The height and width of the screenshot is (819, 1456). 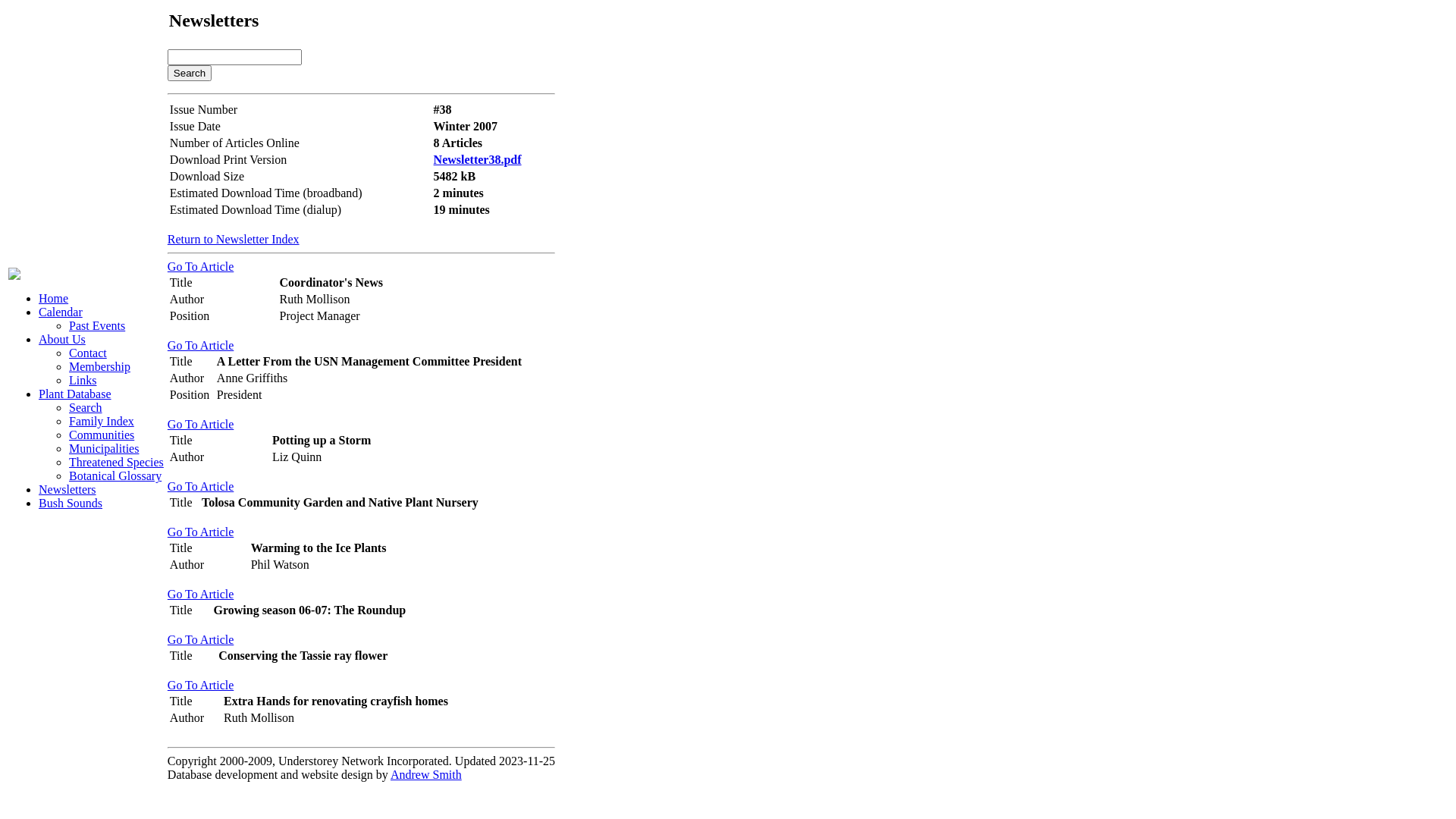 What do you see at coordinates (61, 338) in the screenshot?
I see `'About Us'` at bounding box center [61, 338].